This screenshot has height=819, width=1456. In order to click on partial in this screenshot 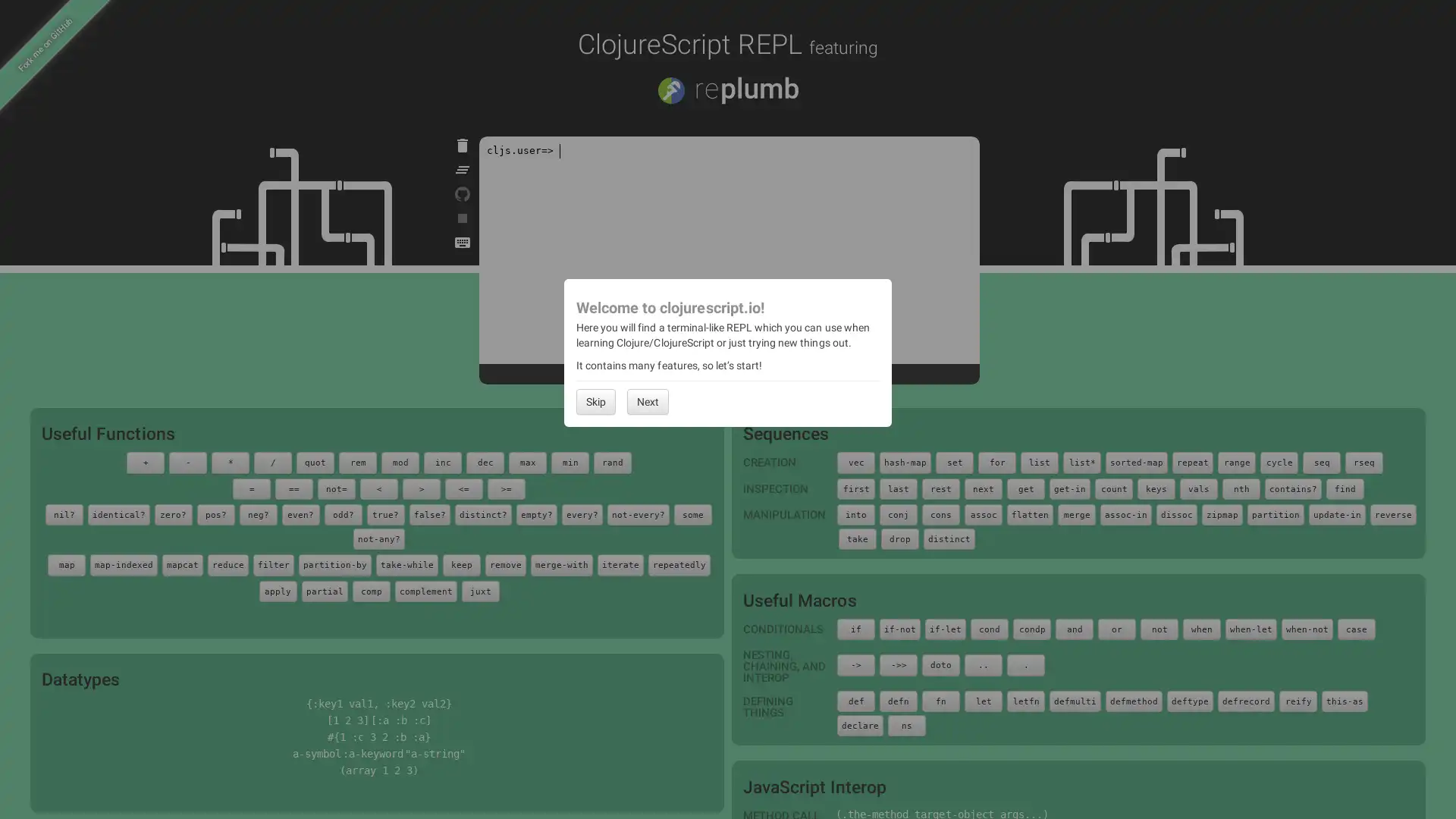, I will do `click(323, 590)`.